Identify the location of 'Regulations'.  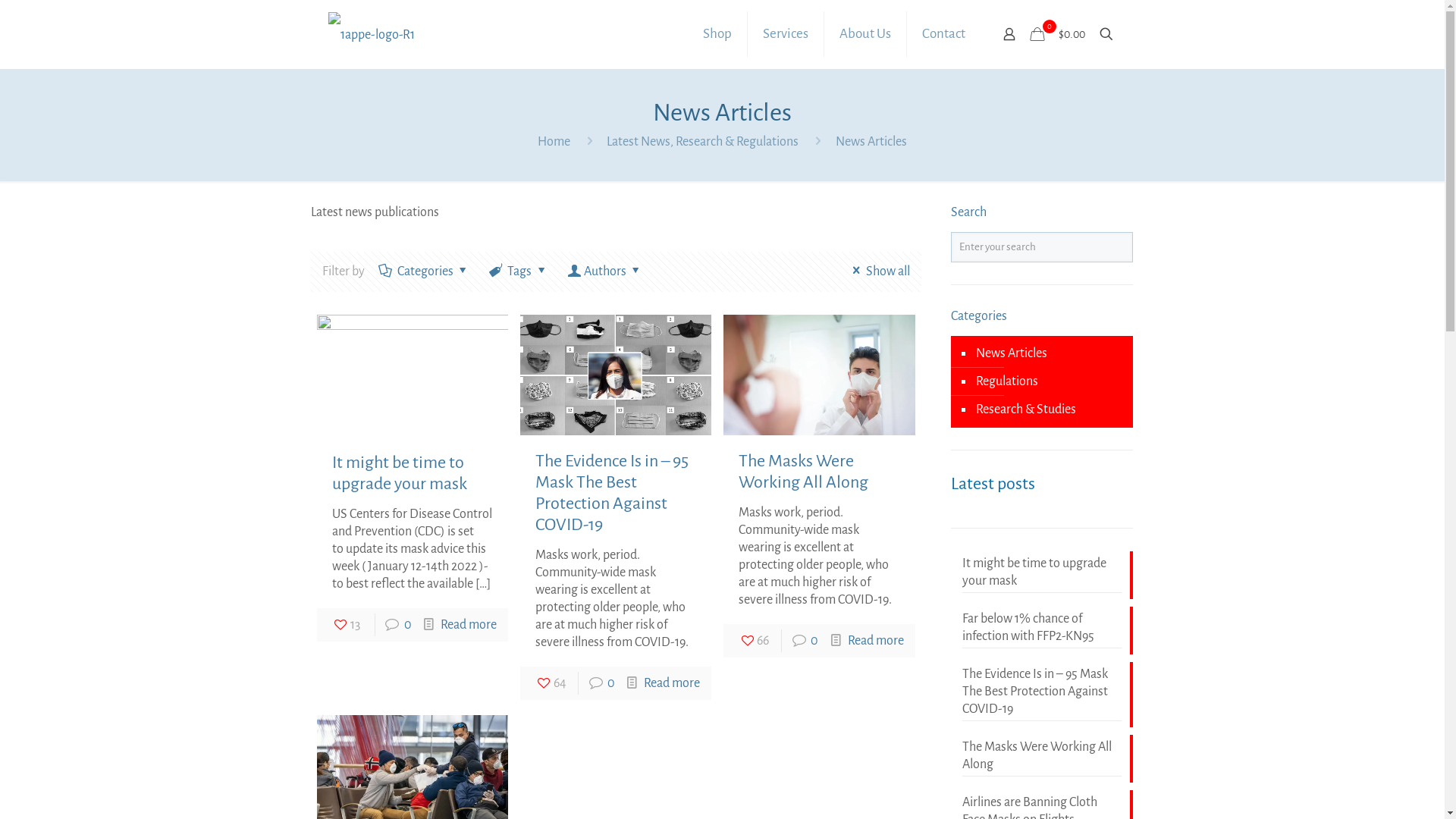
(1006, 381).